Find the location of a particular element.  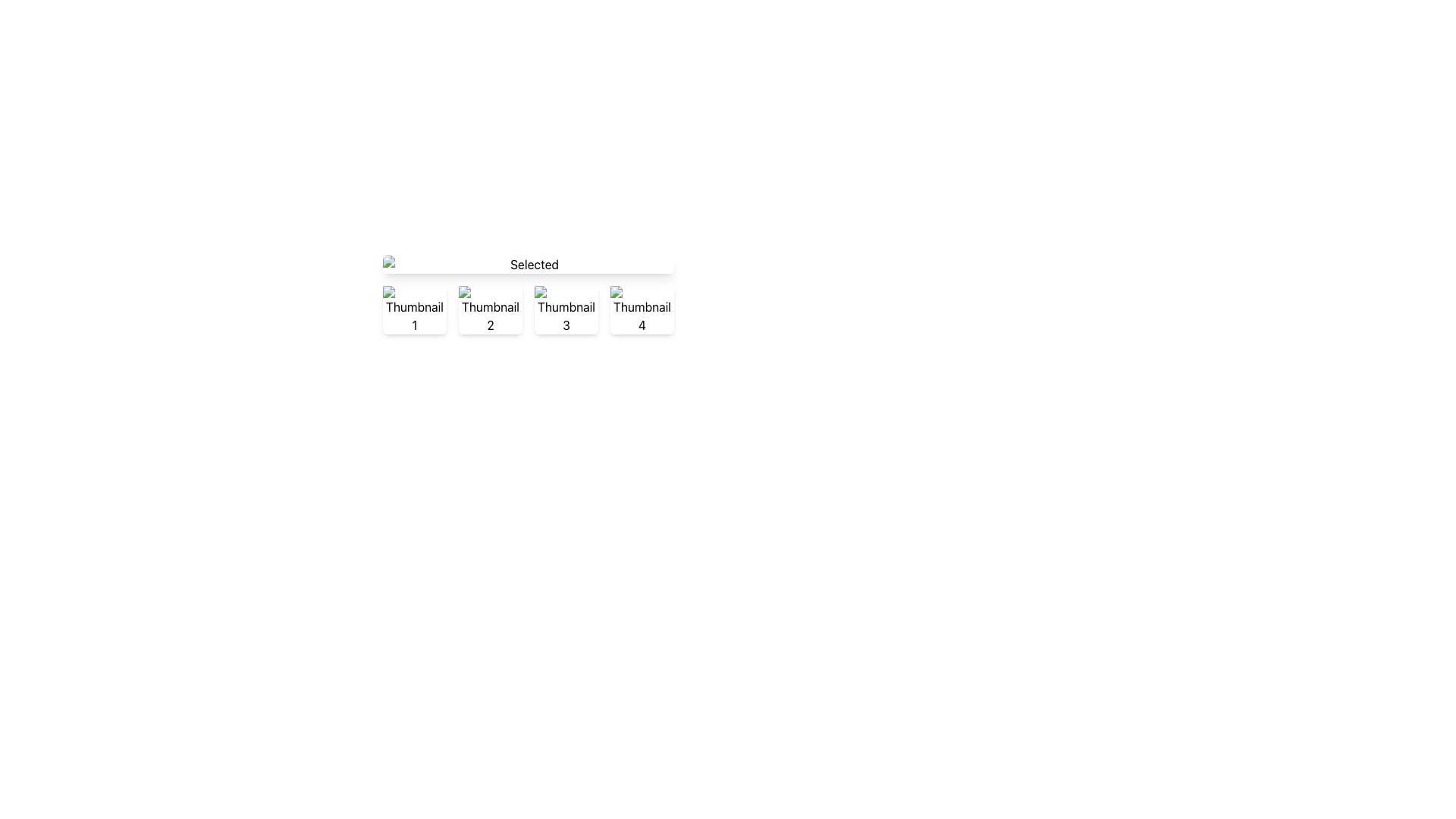

the thumbnail labeled 'Thumbnail 4', which is the fourth item in a horizontal grid of thumbnails is located at coordinates (642, 309).